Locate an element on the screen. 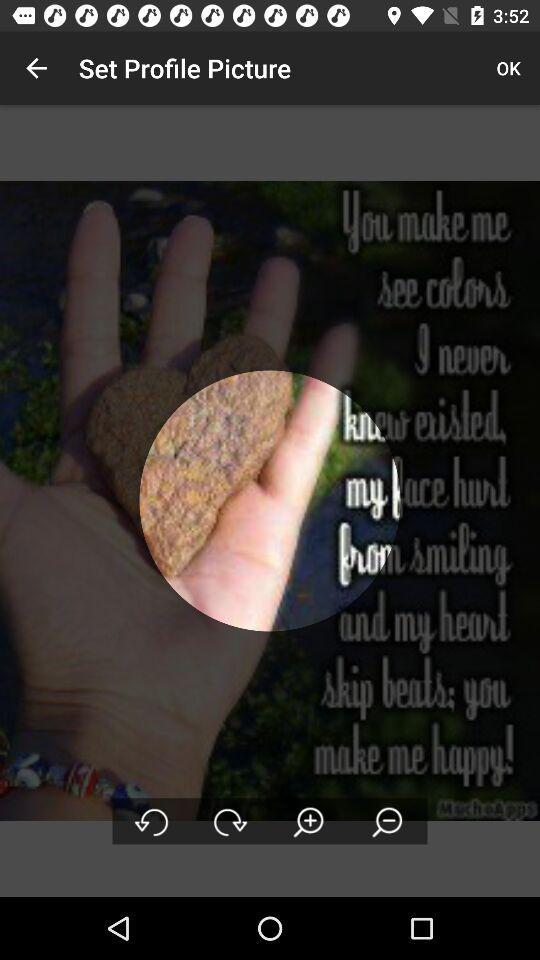 The image size is (540, 960). icon at the top right corner is located at coordinates (508, 68).